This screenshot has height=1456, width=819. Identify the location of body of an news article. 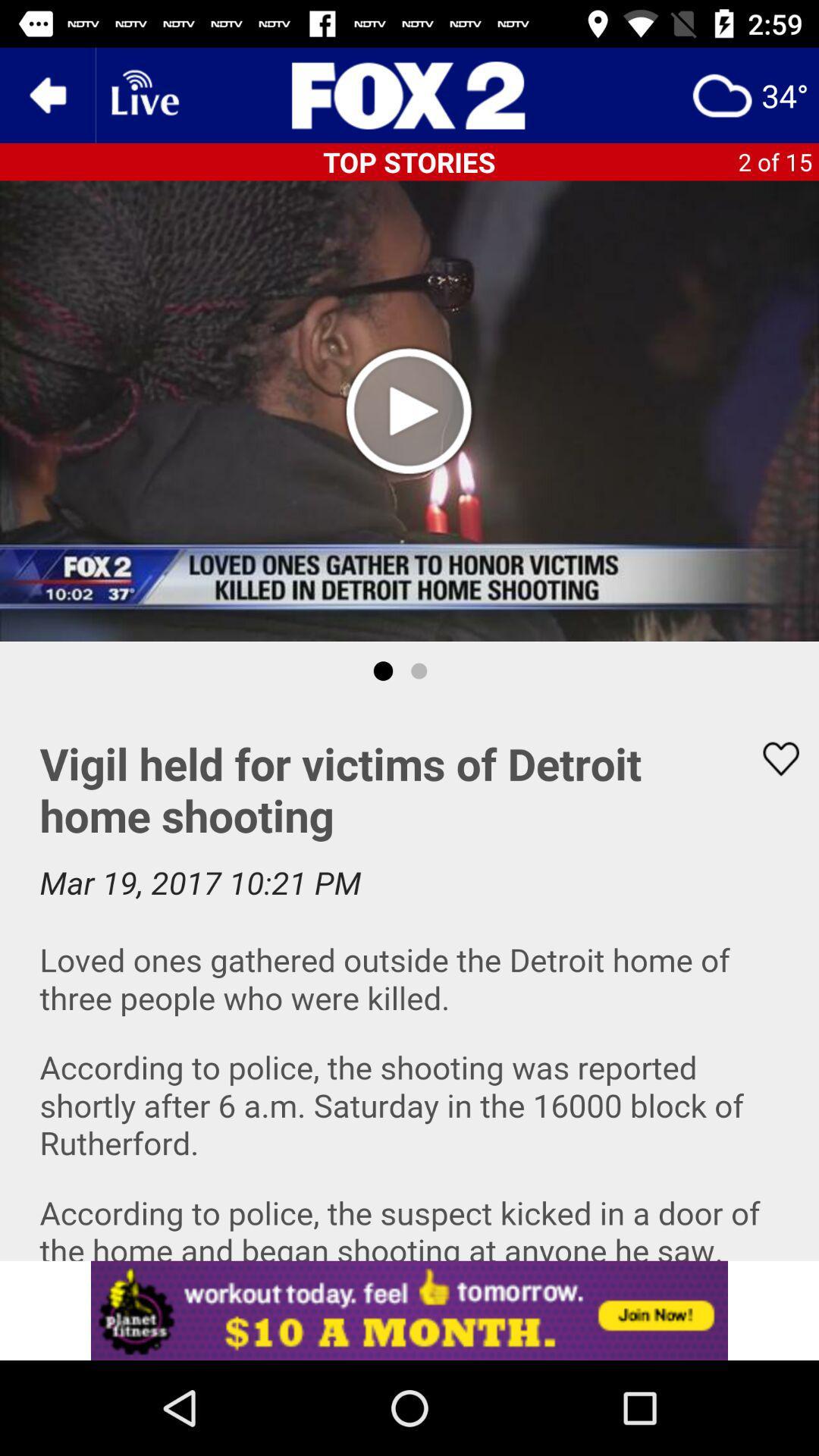
(409, 981).